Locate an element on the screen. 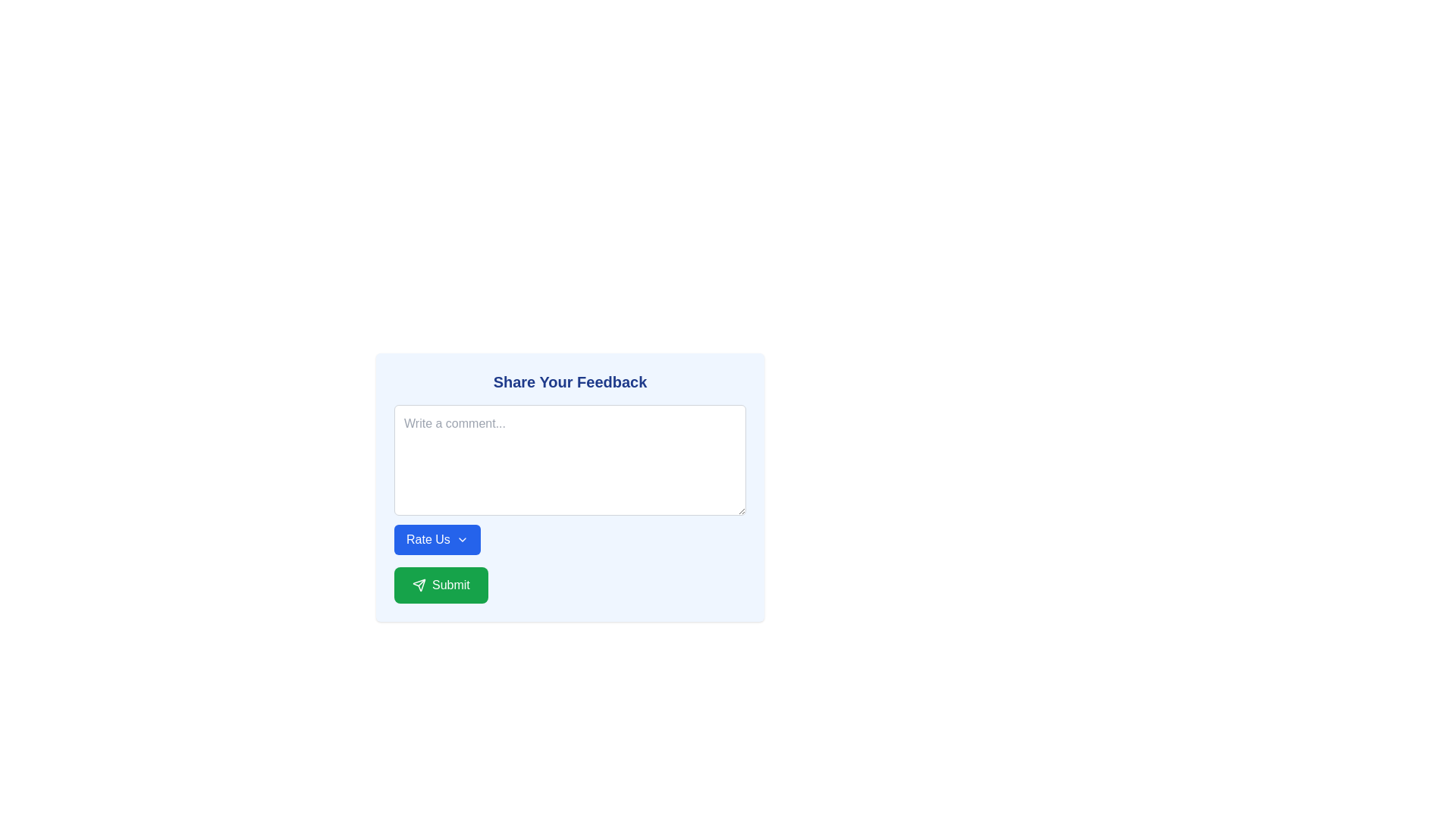  the 'Rate Us' button, which has a blue background with rounded corners and features white text and a downward-facing chevron icon, located in the 'Share Your Feedback' section is located at coordinates (436, 539).